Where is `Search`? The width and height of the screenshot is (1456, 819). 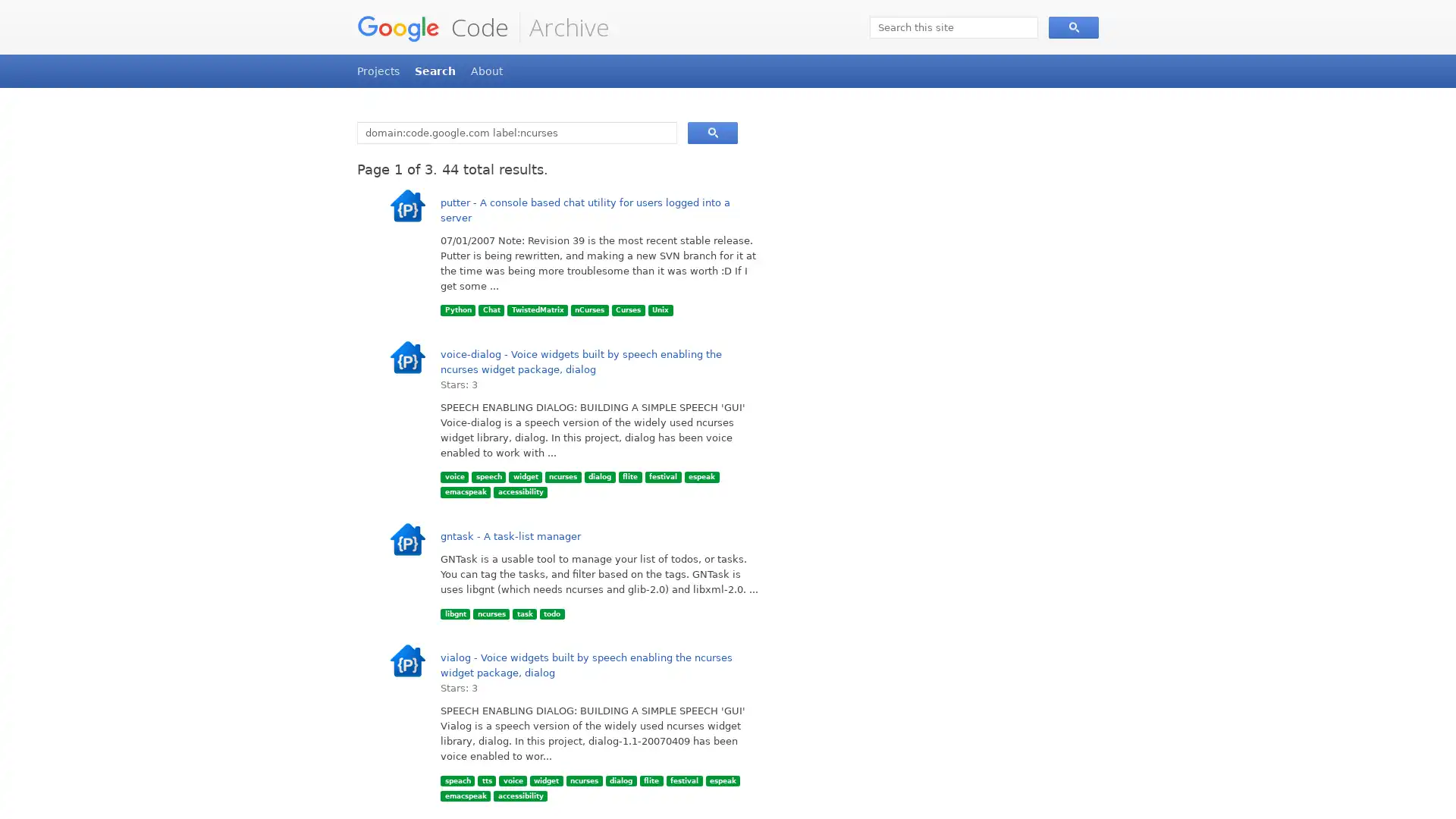
Search is located at coordinates (1073, 27).